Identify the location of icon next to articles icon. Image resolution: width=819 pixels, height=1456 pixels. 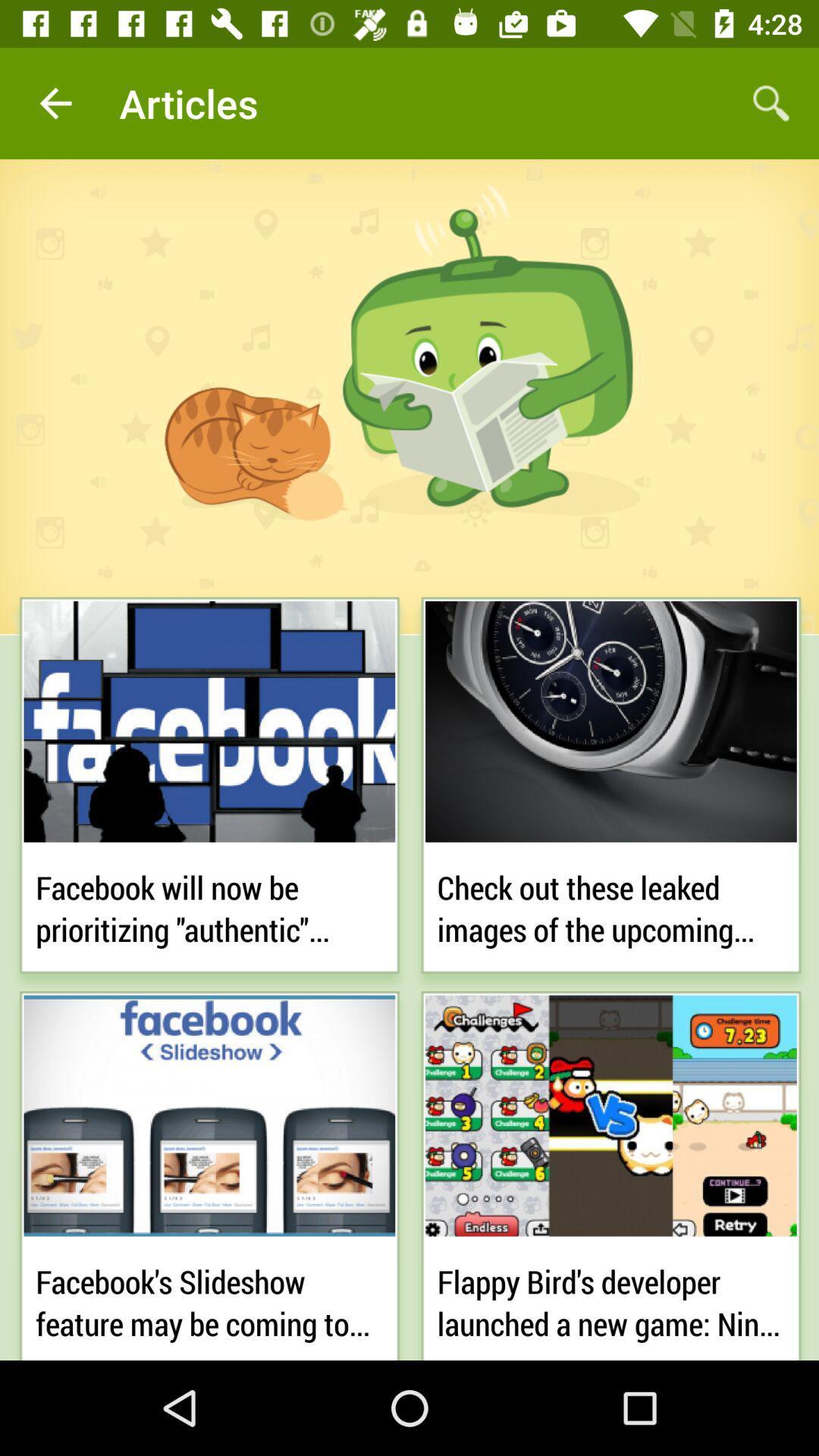
(55, 102).